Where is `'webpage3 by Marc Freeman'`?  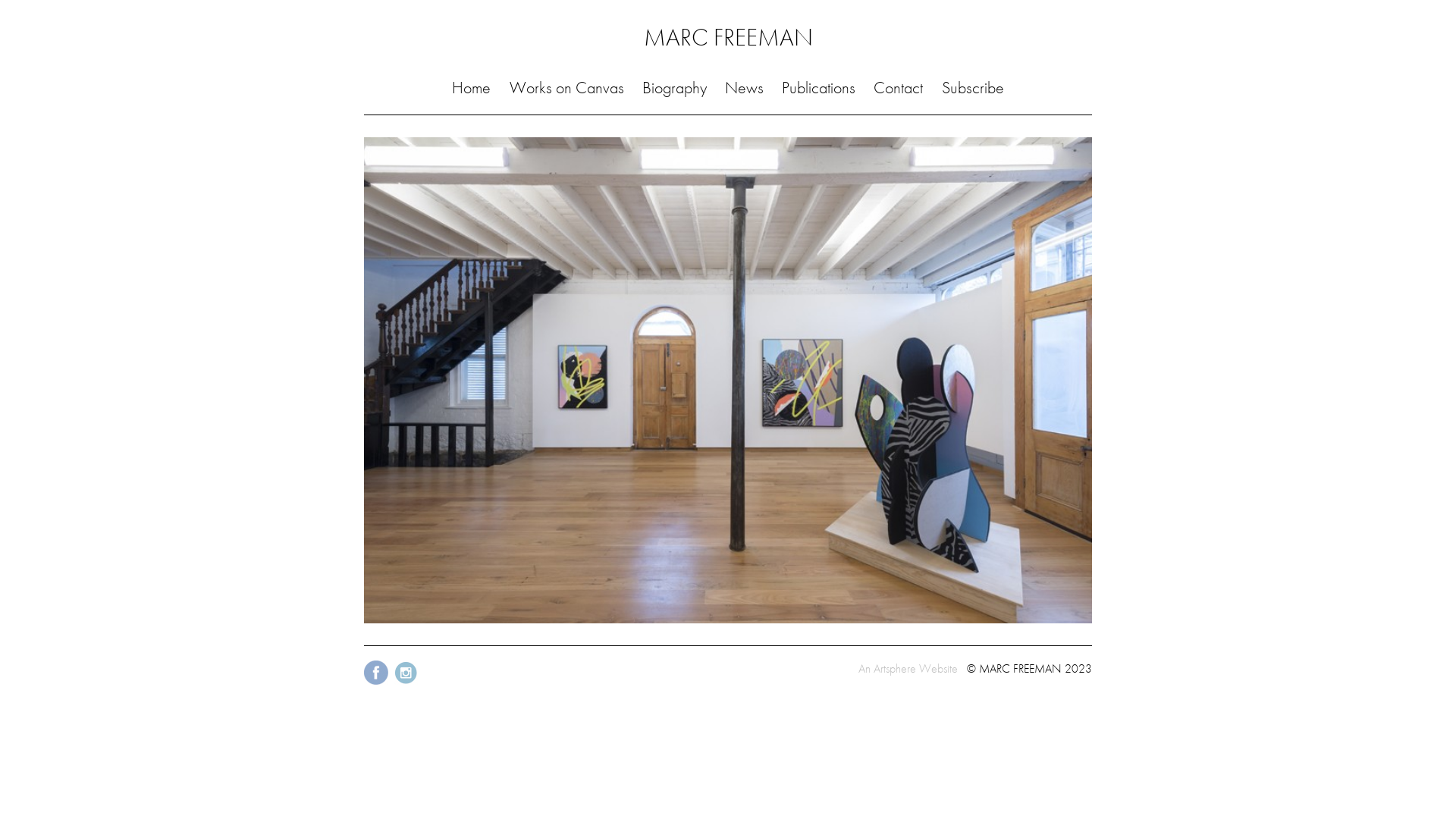 'webpage3 by Marc Freeman' is located at coordinates (728, 379).